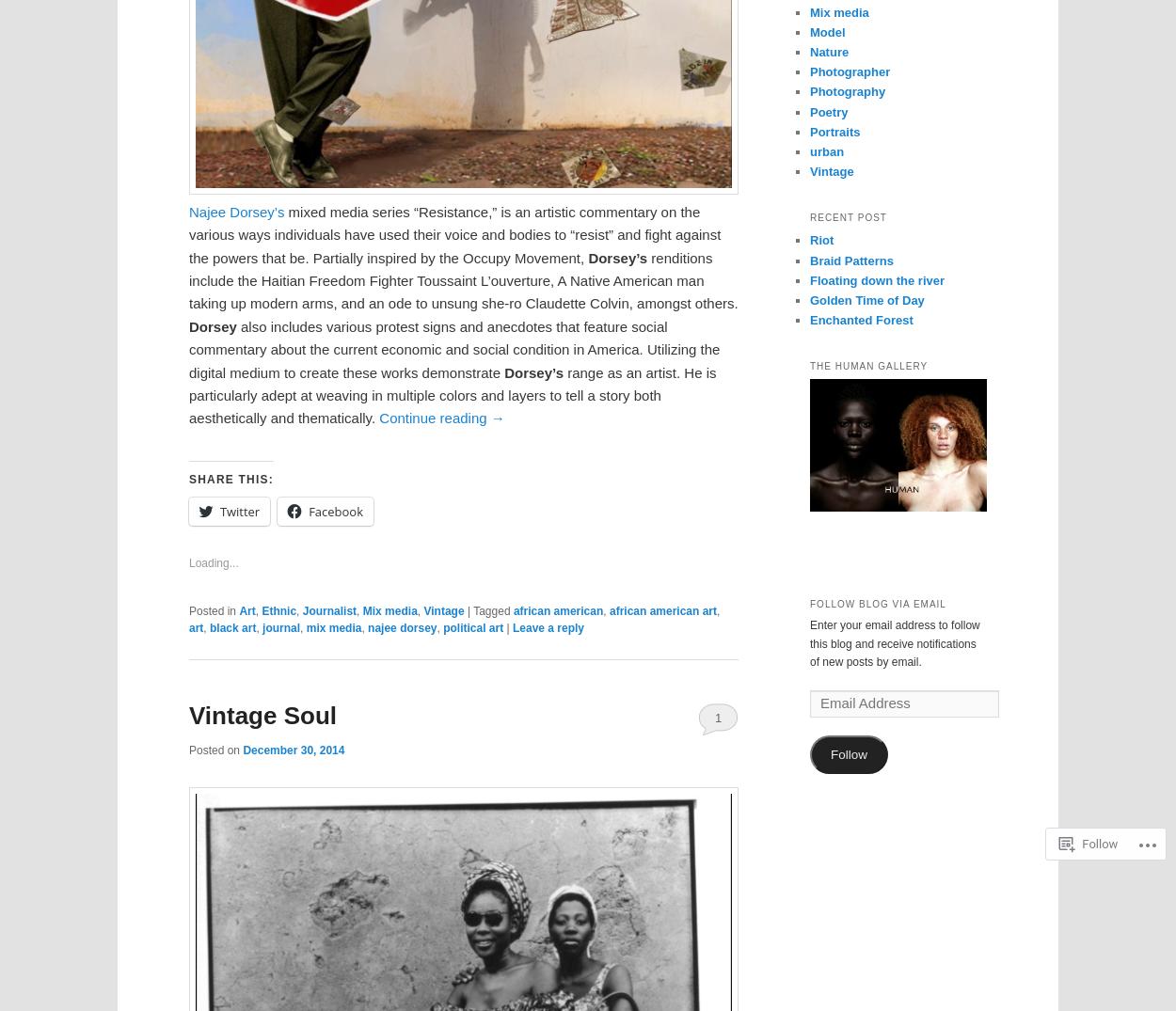 The width and height of the screenshot is (1176, 1011). Describe the element at coordinates (211, 325) in the screenshot. I see `'Dorsey'` at that location.